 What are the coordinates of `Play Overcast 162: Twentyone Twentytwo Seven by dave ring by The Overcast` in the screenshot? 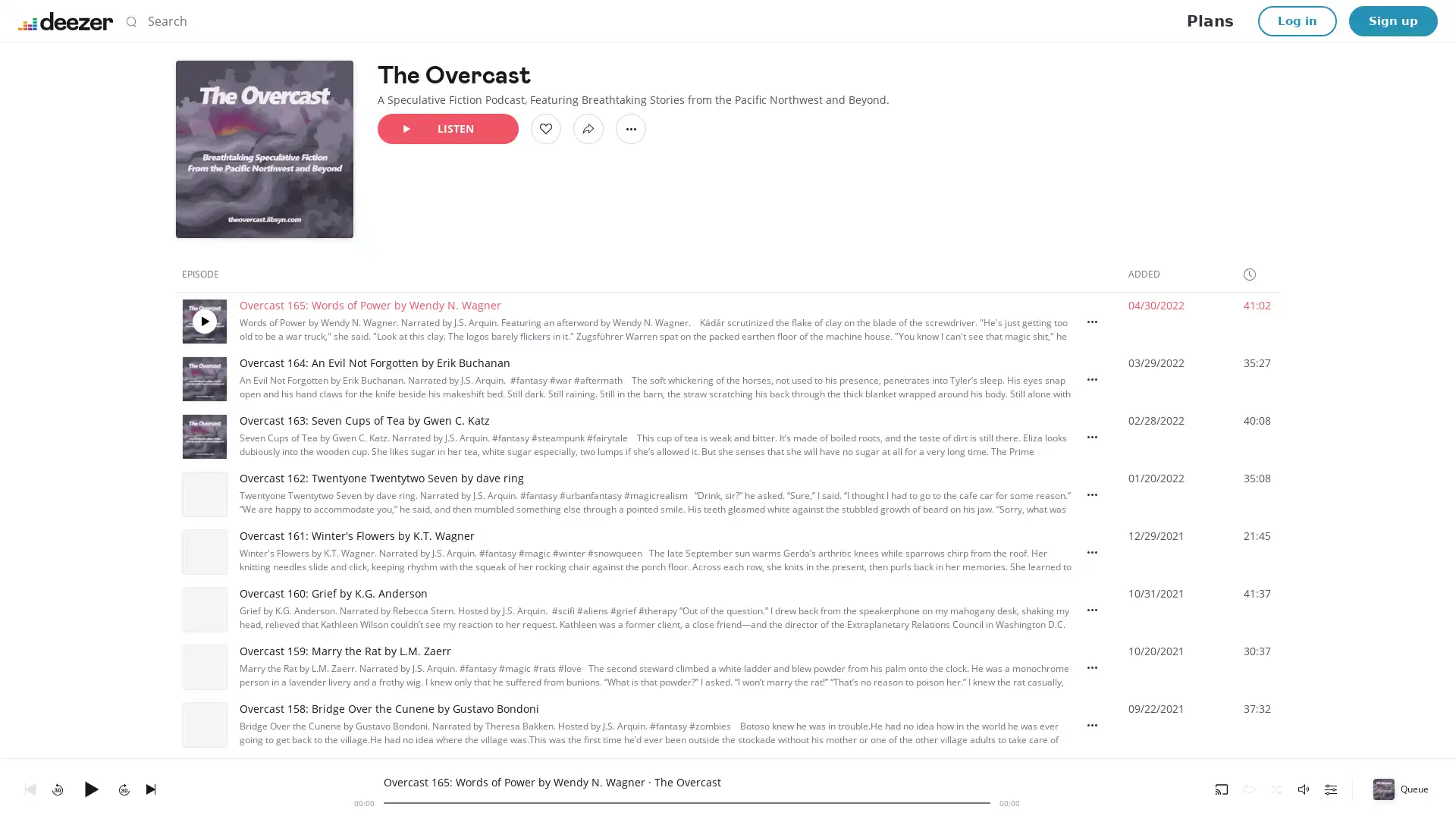 It's located at (203, 494).